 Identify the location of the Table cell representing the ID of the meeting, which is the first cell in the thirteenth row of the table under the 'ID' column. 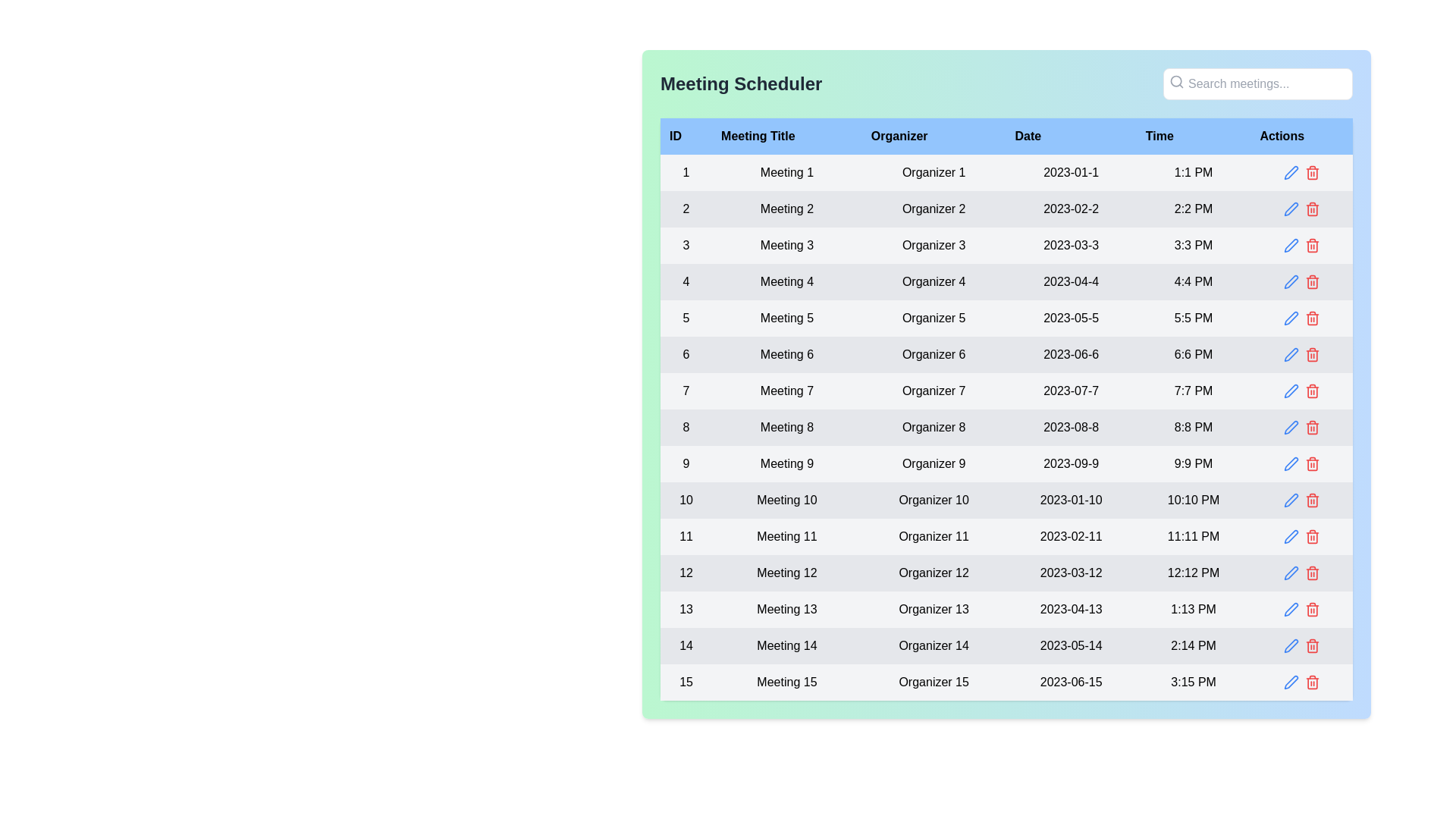
(686, 608).